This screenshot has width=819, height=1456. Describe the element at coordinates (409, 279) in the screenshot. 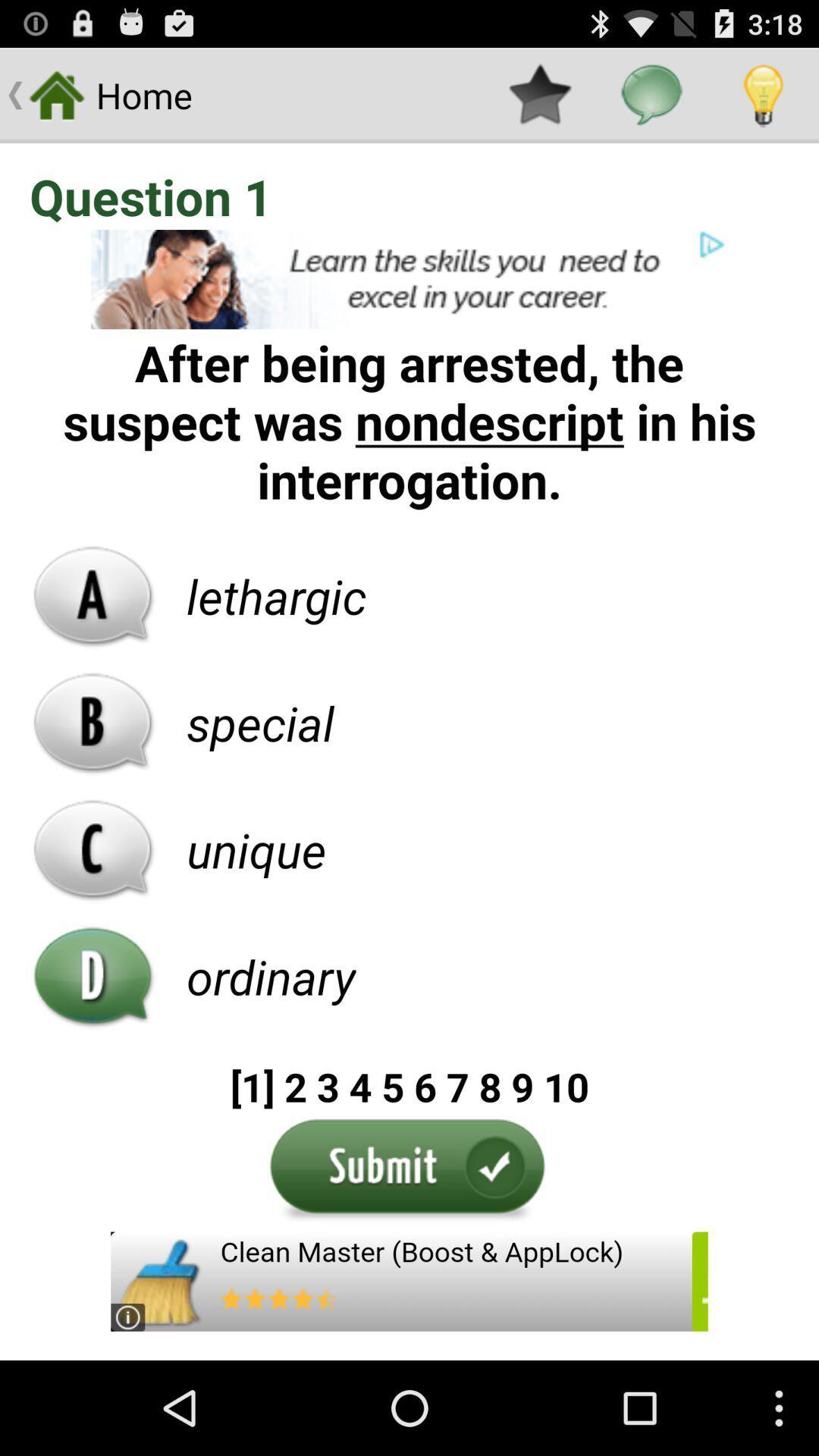

I see `advertisement` at that location.